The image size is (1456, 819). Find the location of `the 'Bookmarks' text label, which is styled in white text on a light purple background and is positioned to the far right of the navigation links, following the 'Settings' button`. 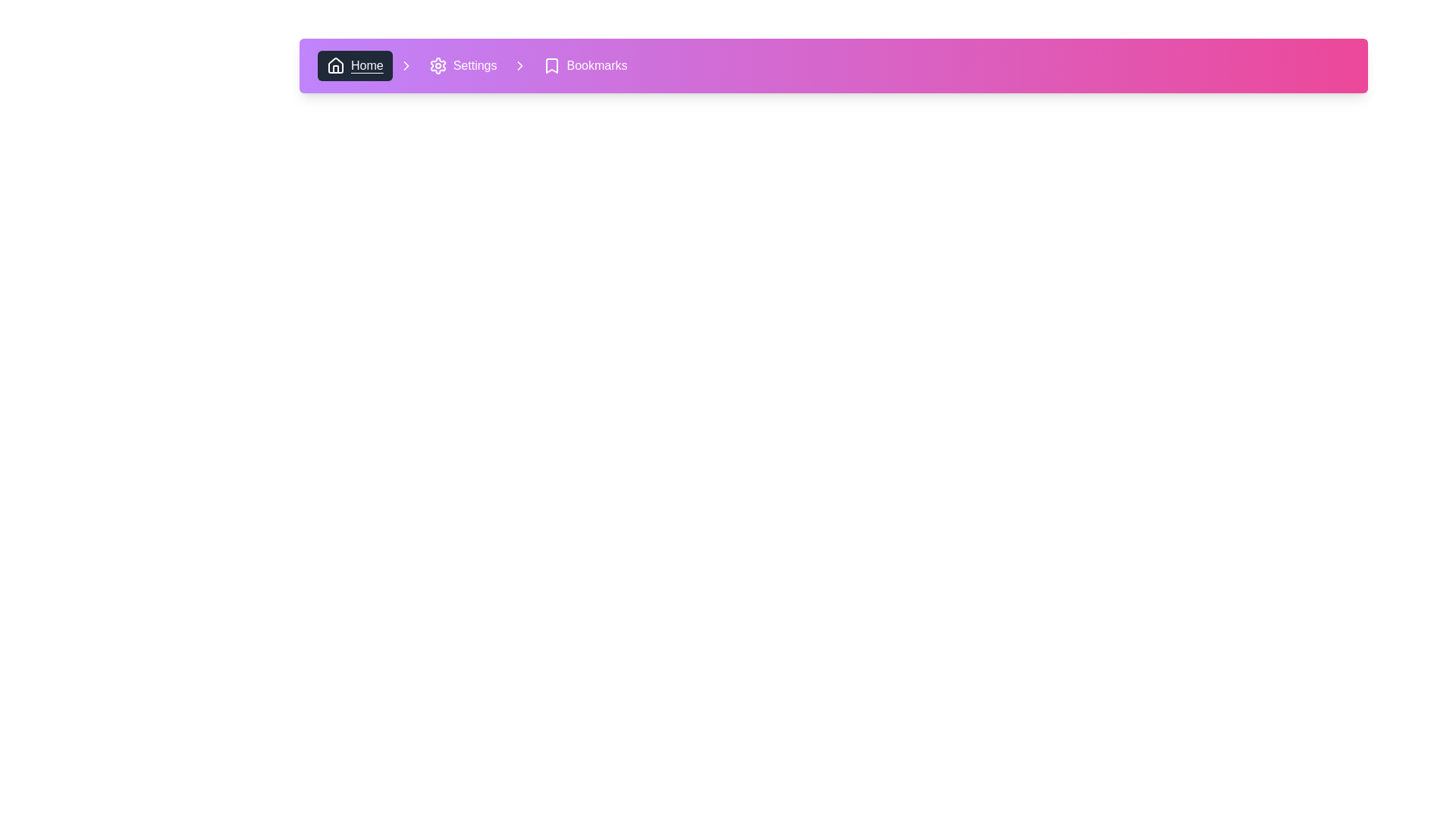

the 'Bookmarks' text label, which is styled in white text on a light purple background and is positioned to the far right of the navigation links, following the 'Settings' button is located at coordinates (596, 65).